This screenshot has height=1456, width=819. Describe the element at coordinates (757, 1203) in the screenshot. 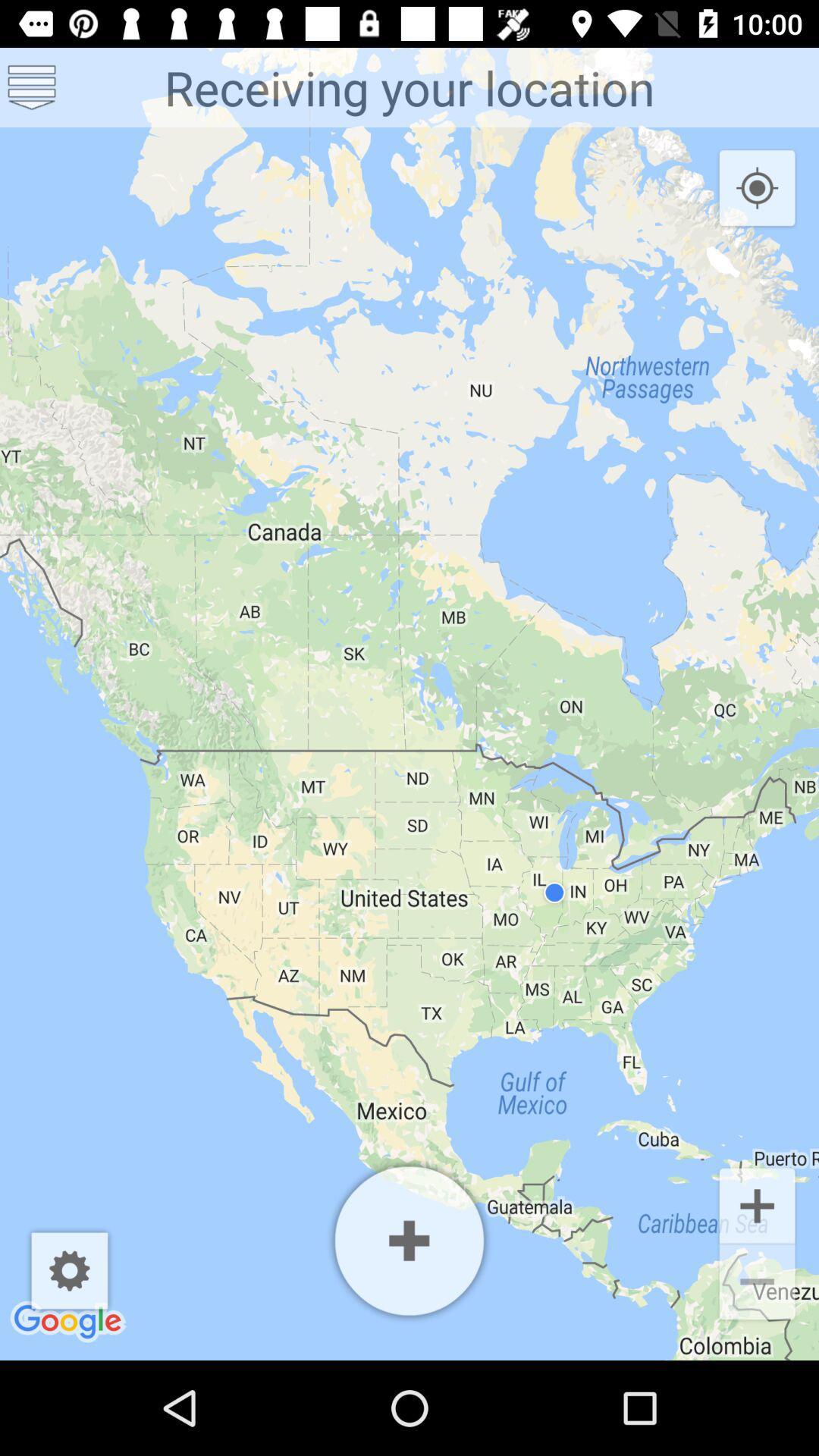

I see `the add icon` at that location.